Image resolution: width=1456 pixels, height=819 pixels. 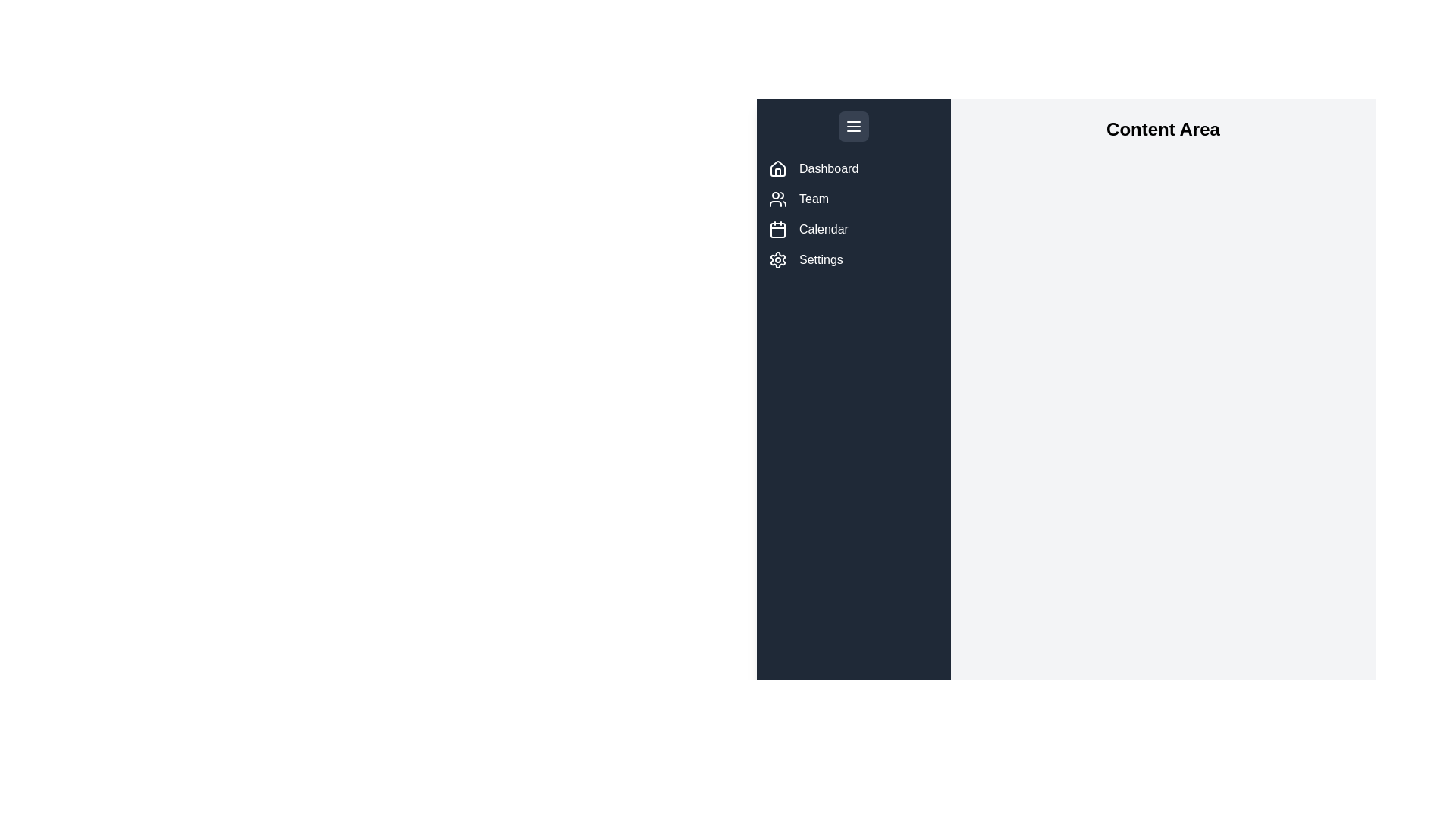 I want to click on the menu item labeled Dashboard to view its tooltip, so click(x=778, y=169).